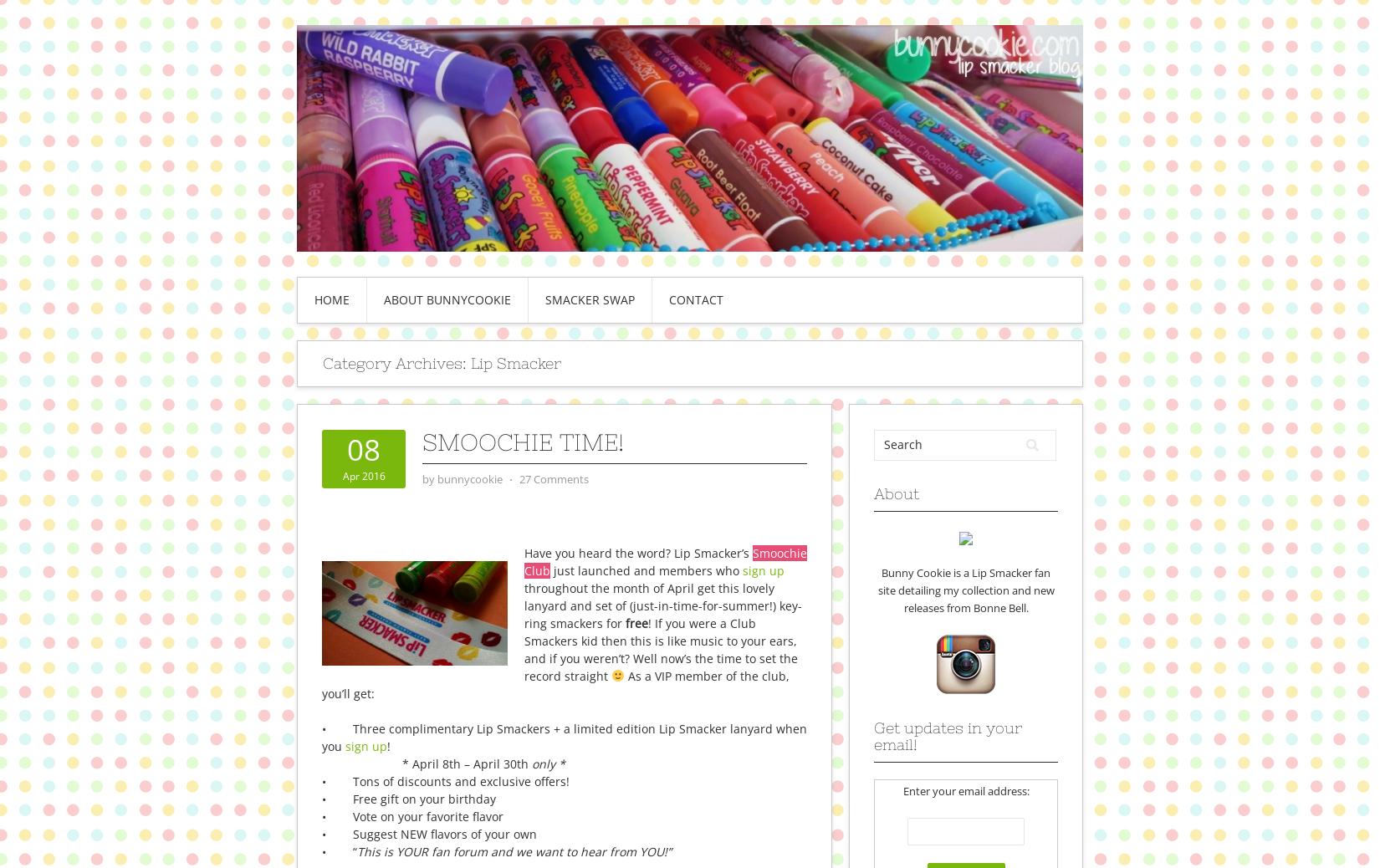  Describe the element at coordinates (664, 559) in the screenshot. I see `'Smoochie Club'` at that location.